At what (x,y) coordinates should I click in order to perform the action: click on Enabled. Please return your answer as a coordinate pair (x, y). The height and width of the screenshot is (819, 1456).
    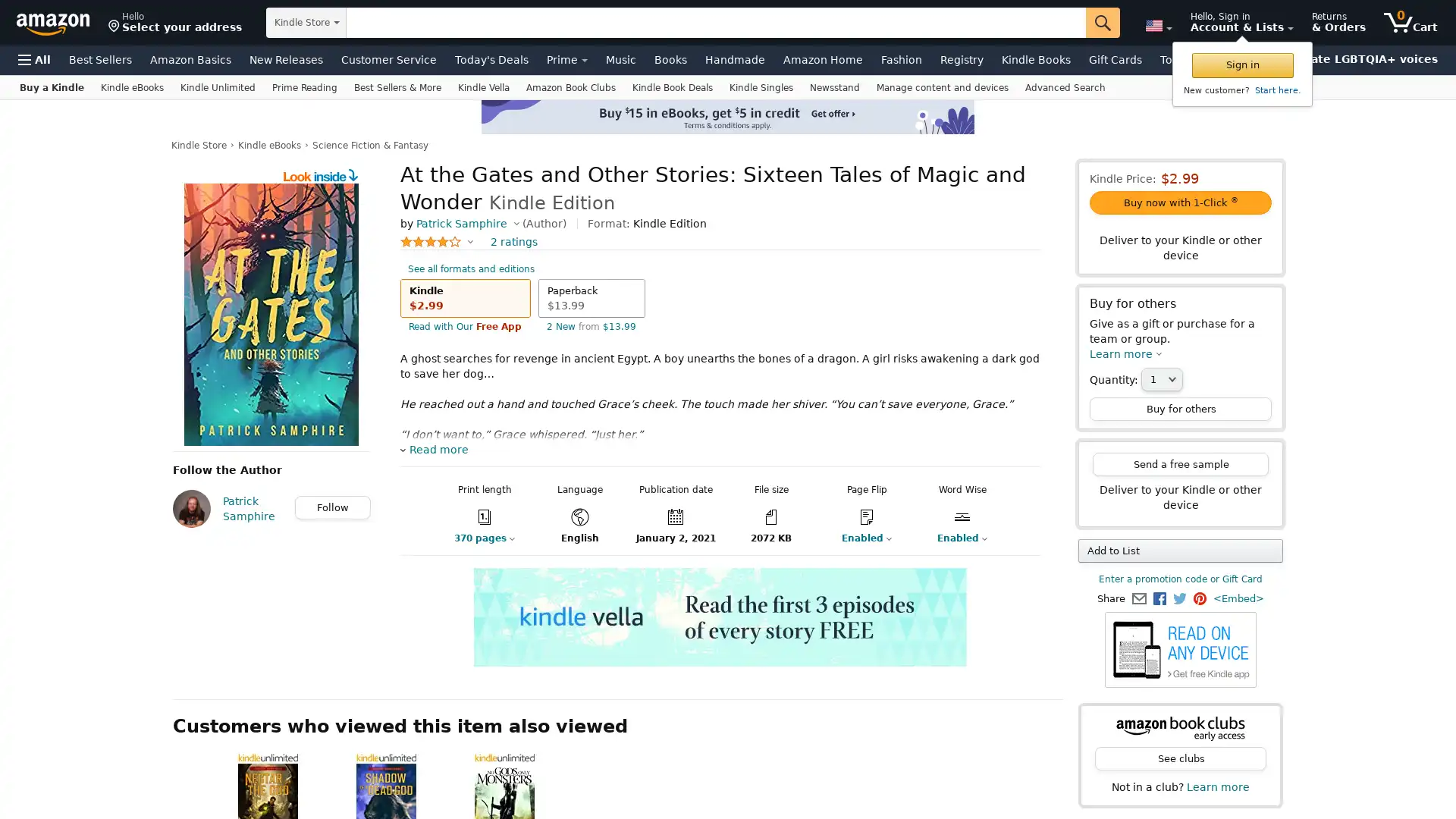
    Looking at the image, I should click on (952, 537).